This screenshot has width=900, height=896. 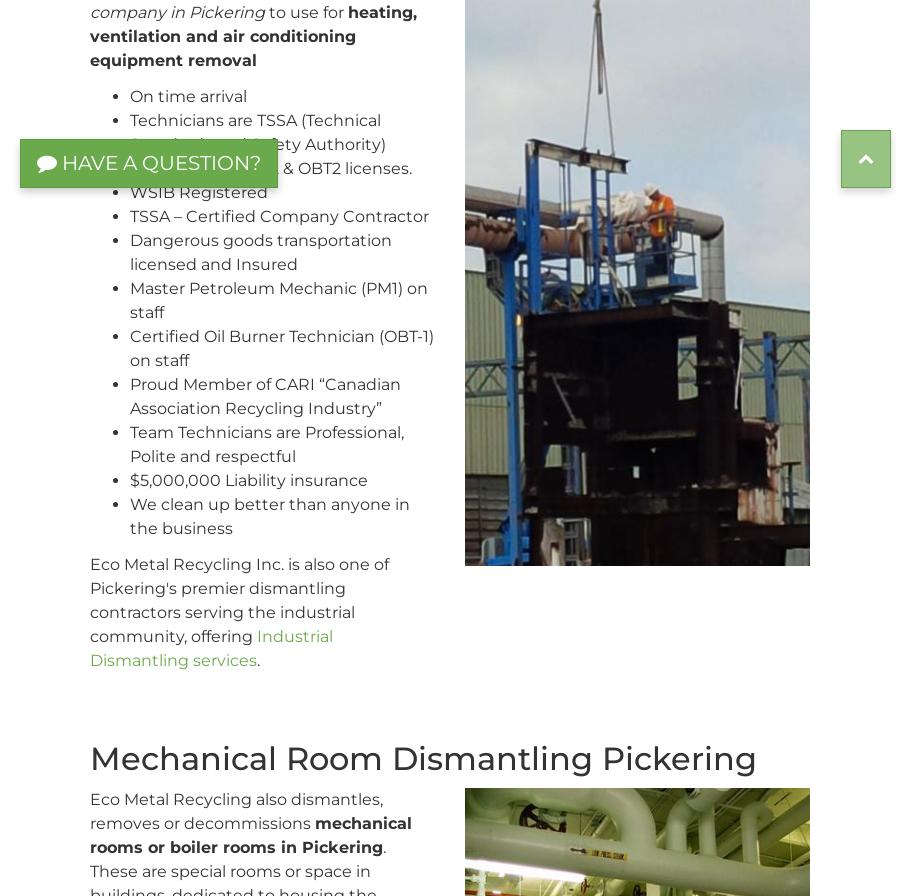 What do you see at coordinates (278, 299) in the screenshot?
I see `'Master Petroleum Mechanic (PM1) on staff'` at bounding box center [278, 299].